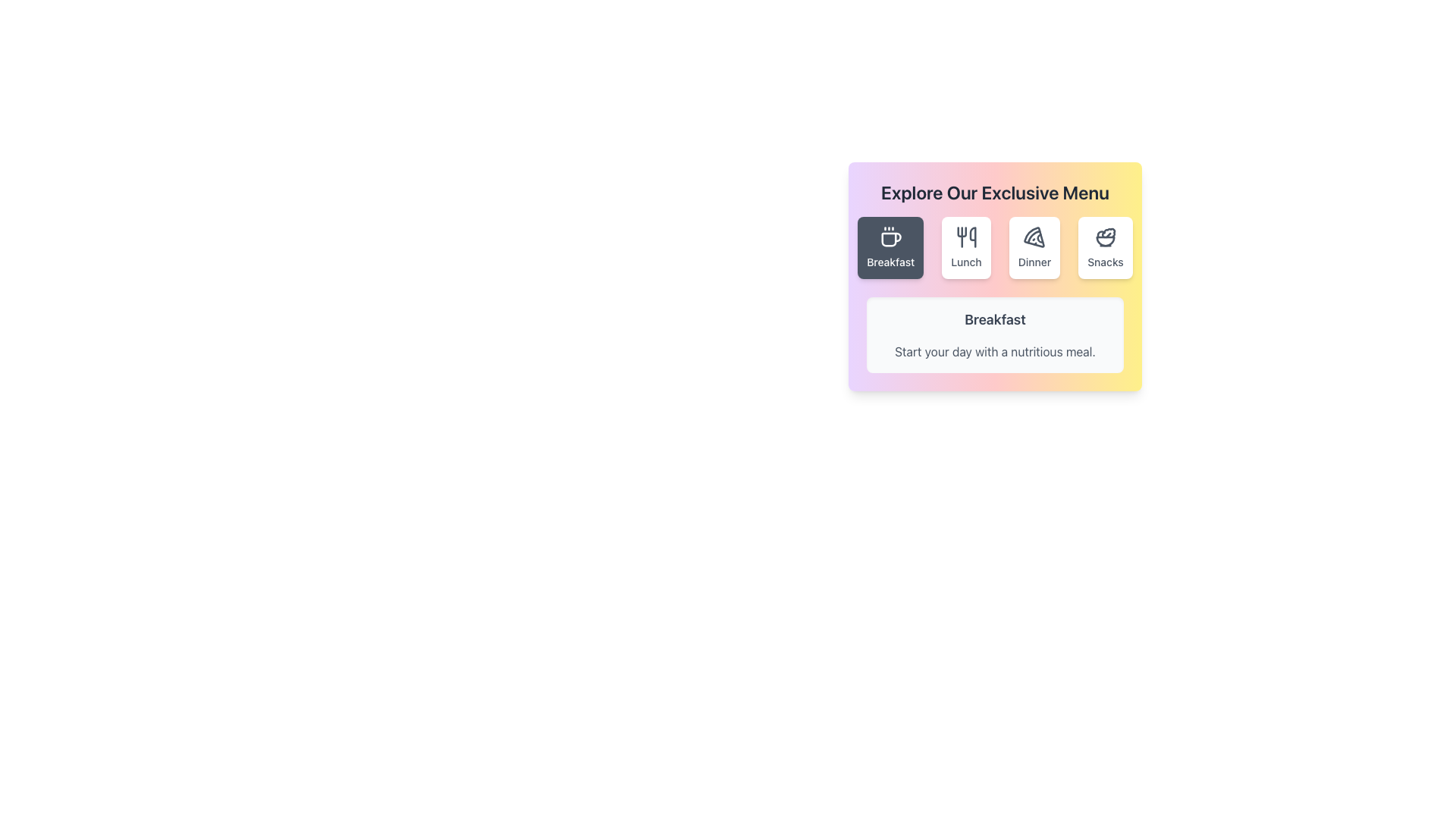 This screenshot has width=1456, height=819. Describe the element at coordinates (965, 237) in the screenshot. I see `the 'Lunch' icon, which depicts utensils including a fork and a spoon, located between the 'Breakfast' and 'Dinner' buttons in the menu labeled 'Explore Our Exclusive Menu'` at that location.